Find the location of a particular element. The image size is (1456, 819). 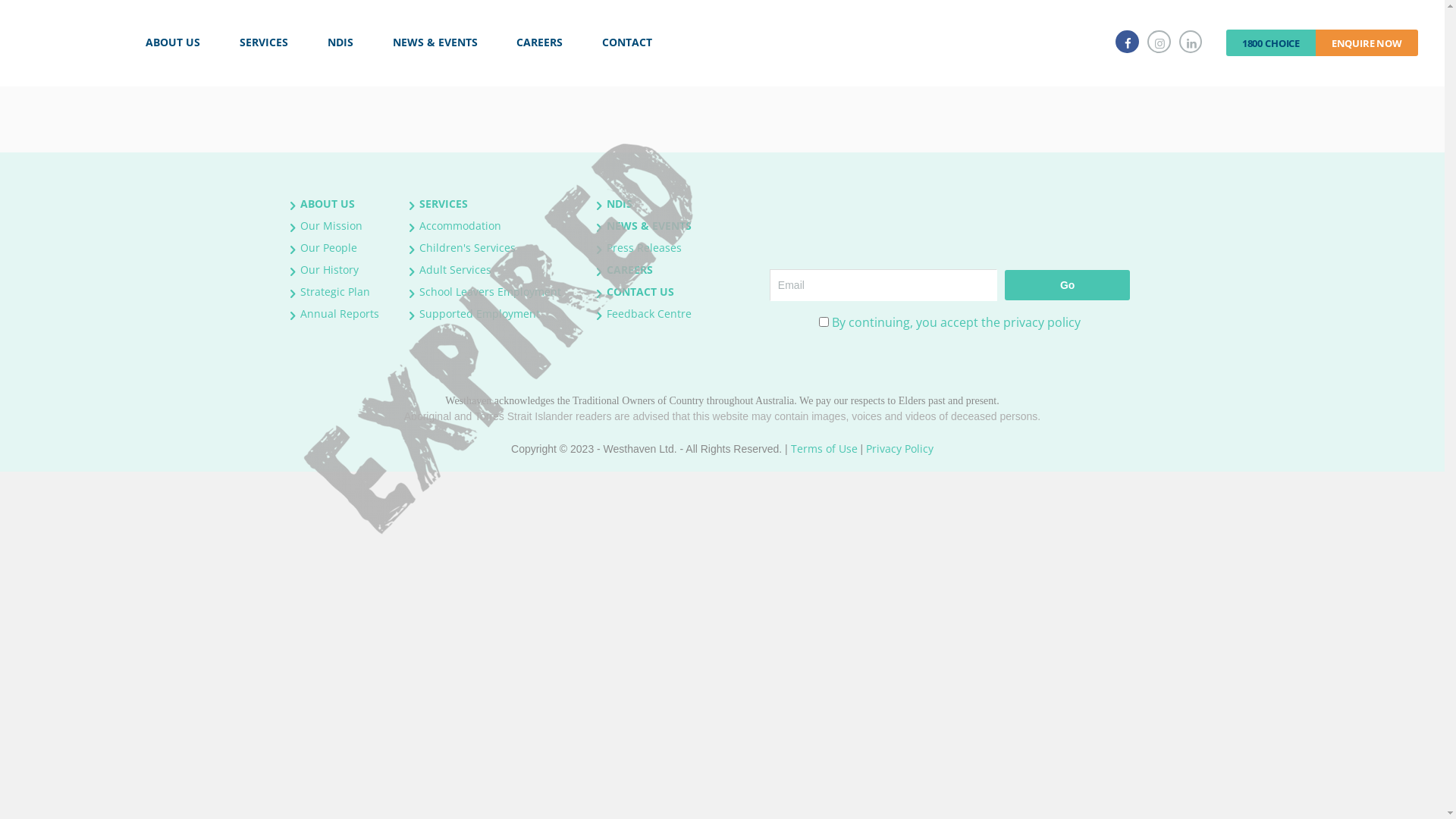

'Feedback Centre' is located at coordinates (648, 312).